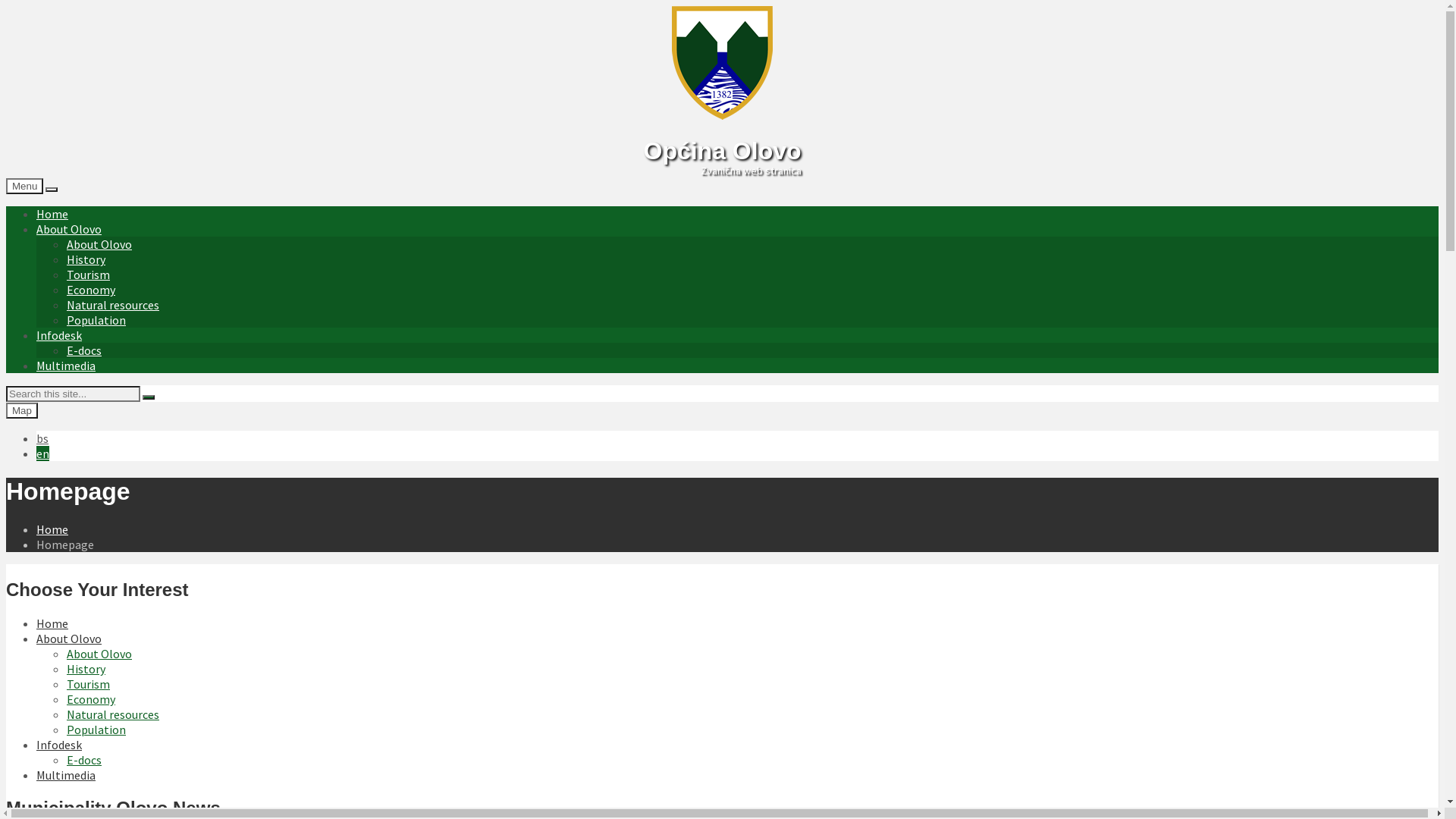  Describe the element at coordinates (52, 623) in the screenshot. I see `'Home'` at that location.